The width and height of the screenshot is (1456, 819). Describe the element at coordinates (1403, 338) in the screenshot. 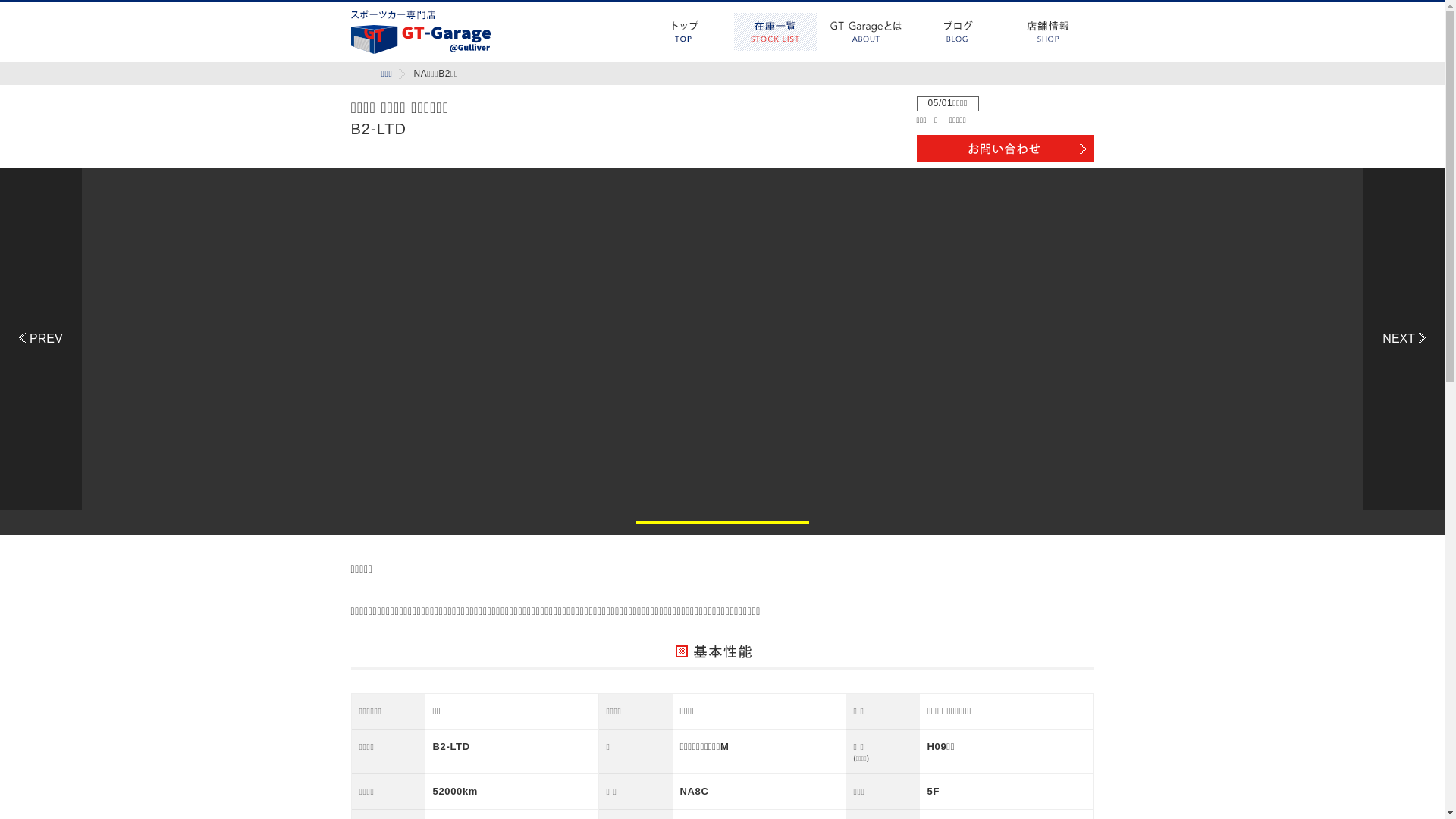

I see `'Next'` at that location.